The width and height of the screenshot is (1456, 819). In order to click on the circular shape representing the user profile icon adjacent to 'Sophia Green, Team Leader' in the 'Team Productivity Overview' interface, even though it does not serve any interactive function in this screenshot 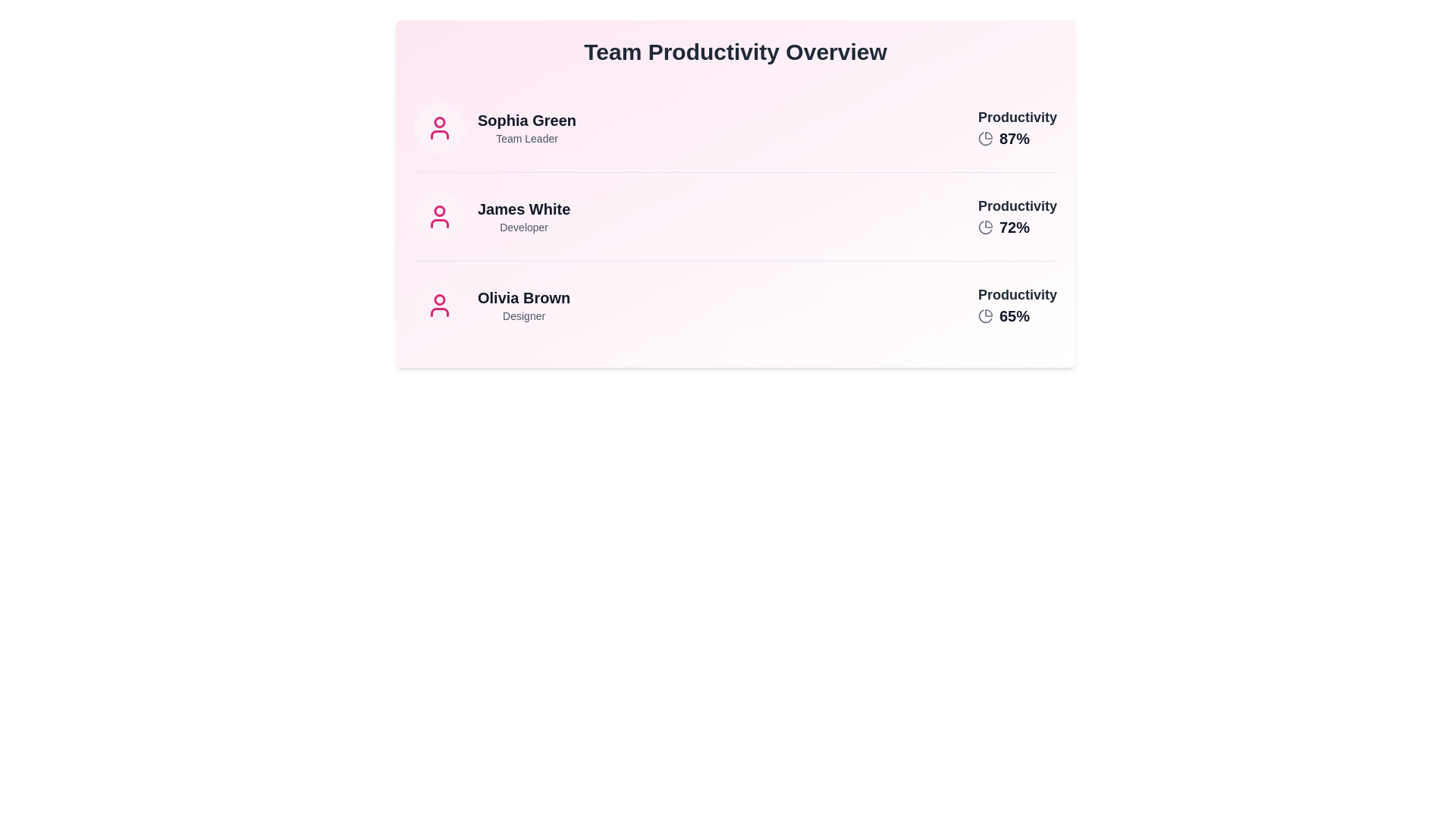, I will do `click(439, 121)`.